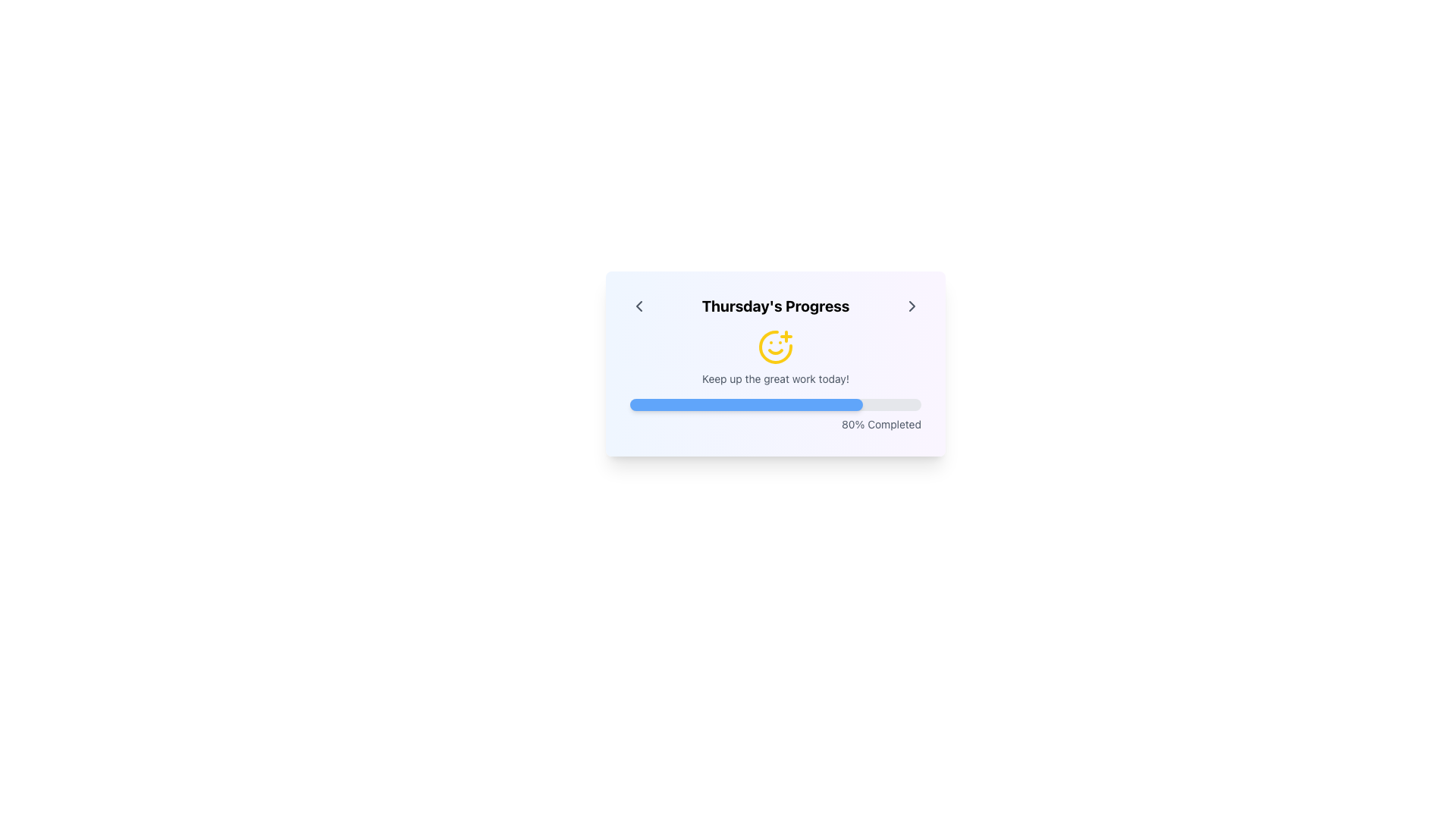 This screenshot has height=819, width=1456. I want to click on the right-pointing chevron icon located at the extreme right of the top header section, so click(912, 306).